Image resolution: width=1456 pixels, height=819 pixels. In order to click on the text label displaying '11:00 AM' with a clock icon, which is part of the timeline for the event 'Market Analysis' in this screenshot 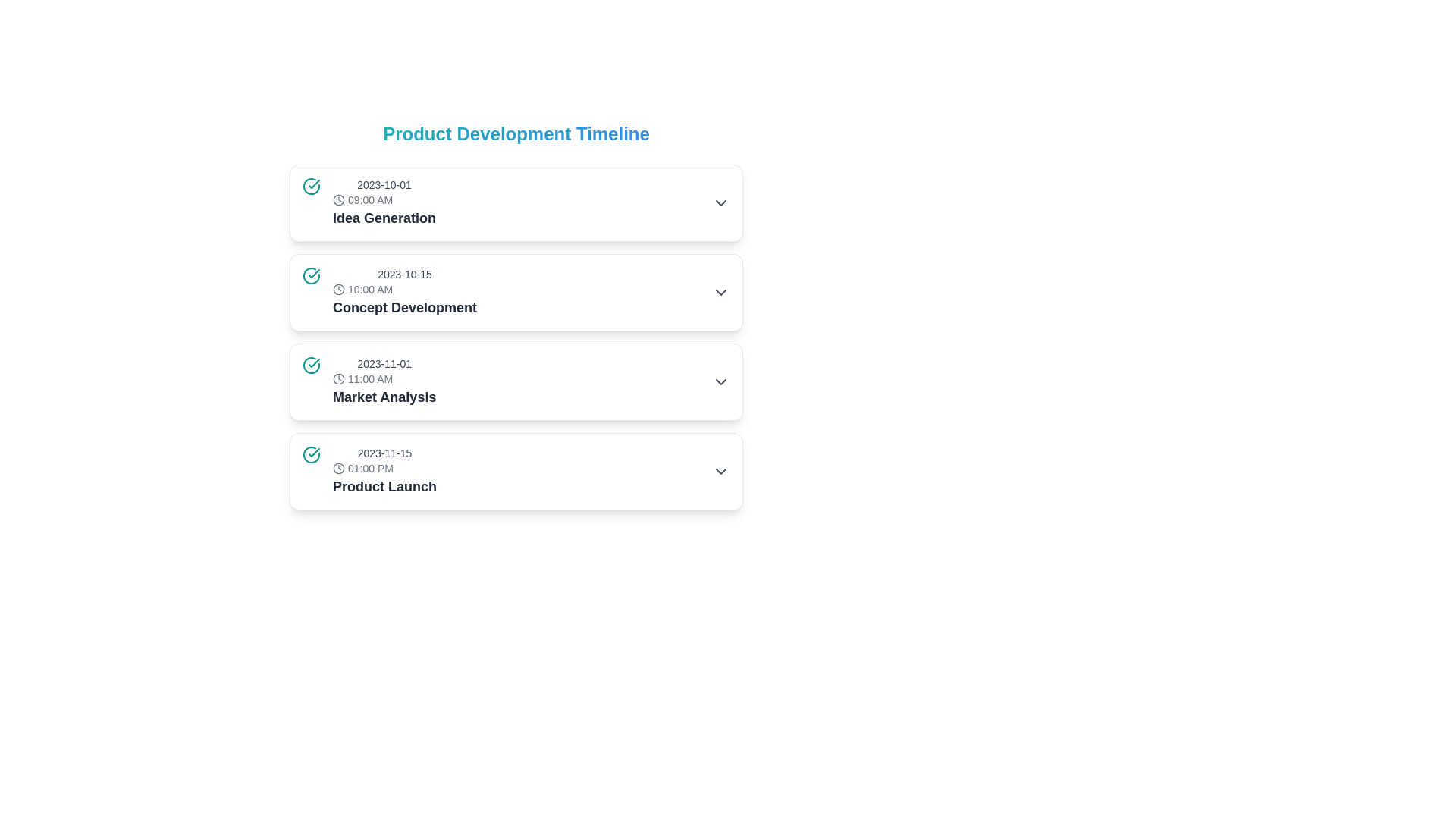, I will do `click(384, 378)`.